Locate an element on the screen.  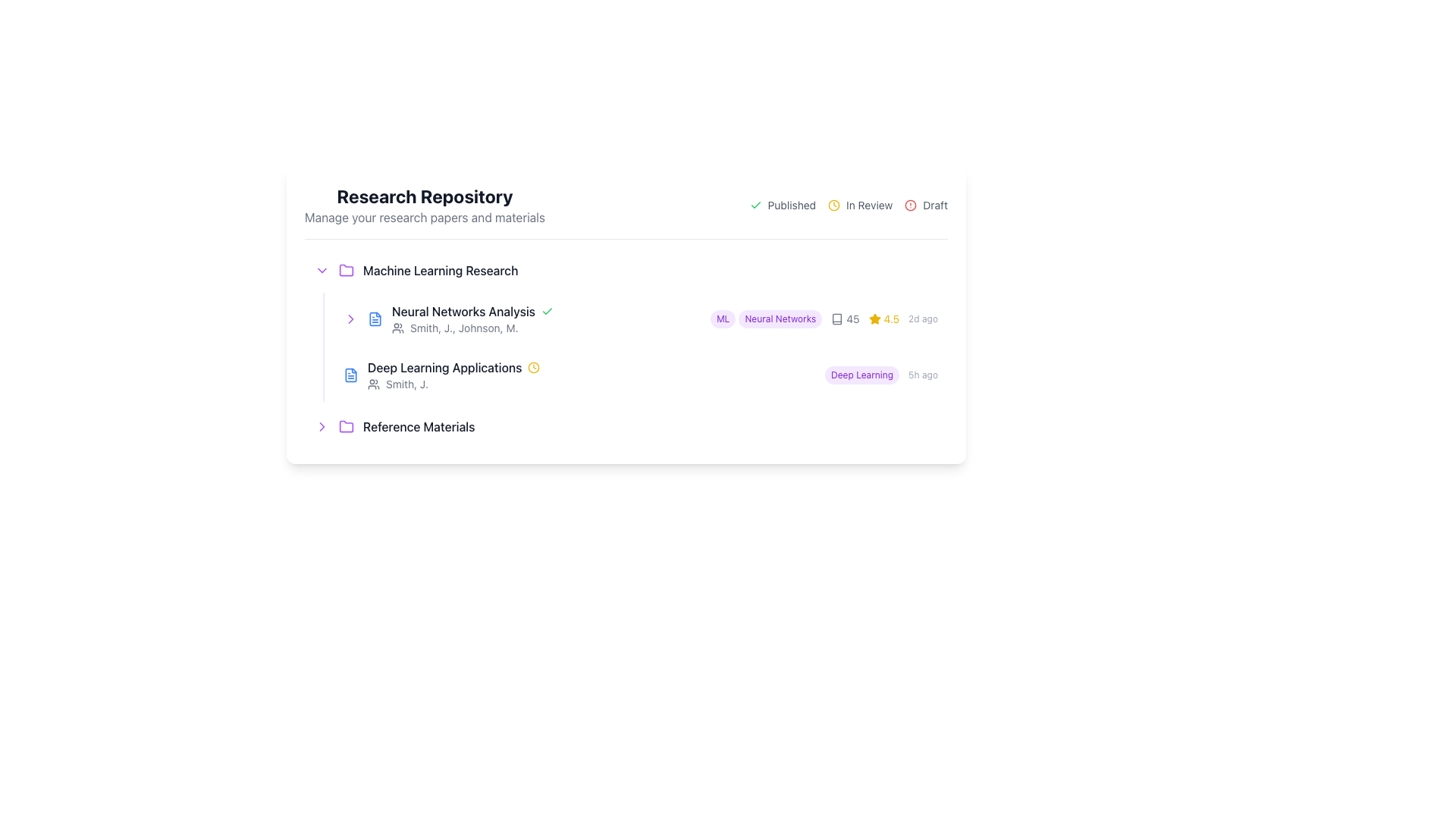
the Decorative SVG circle component of the clock icon indicating the 'In Review' status, located in the row titled 'Deep Learning Applications' is located at coordinates (534, 368).